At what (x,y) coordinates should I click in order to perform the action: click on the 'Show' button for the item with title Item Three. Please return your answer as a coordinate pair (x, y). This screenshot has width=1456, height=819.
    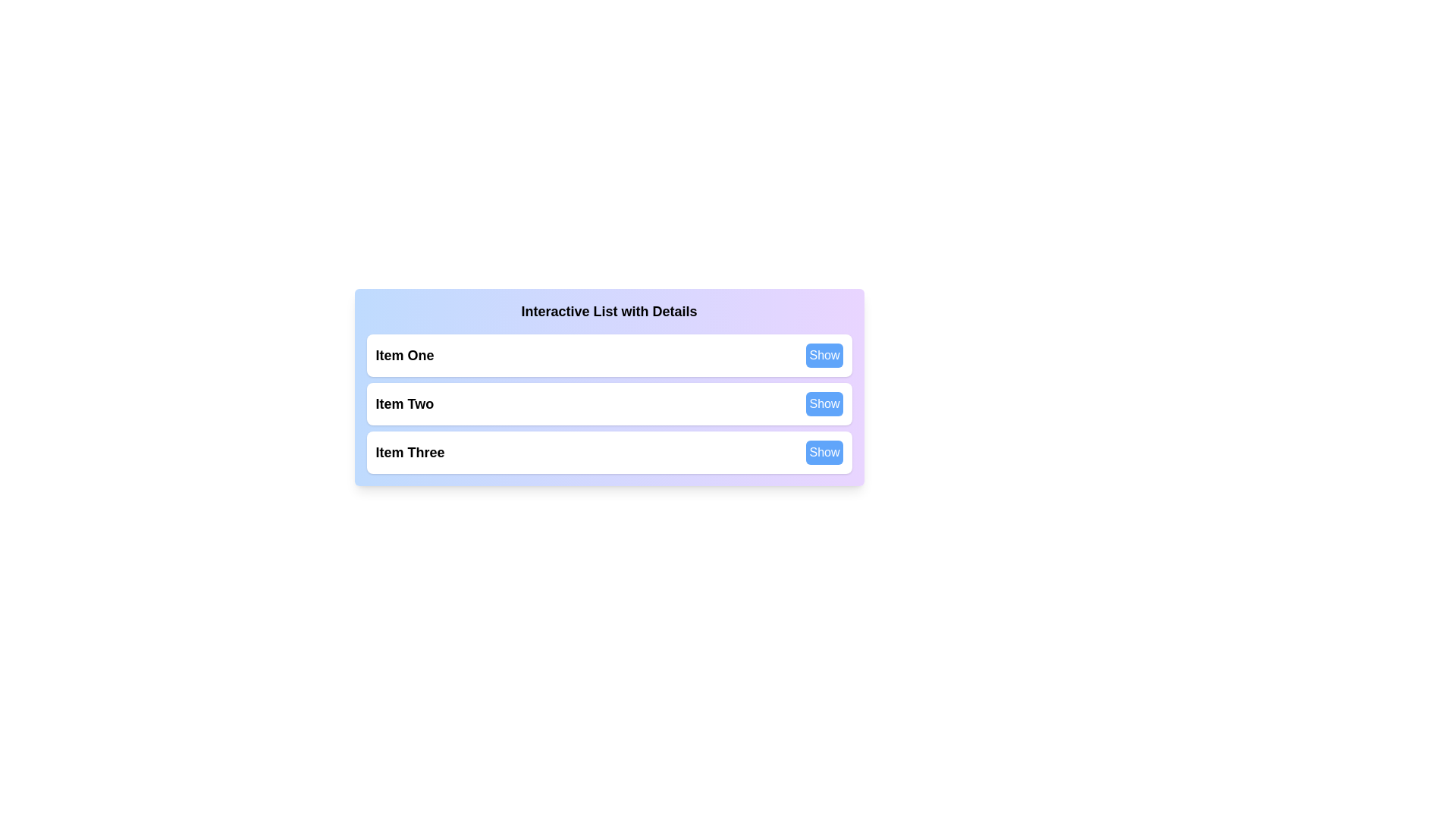
    Looking at the image, I should click on (824, 452).